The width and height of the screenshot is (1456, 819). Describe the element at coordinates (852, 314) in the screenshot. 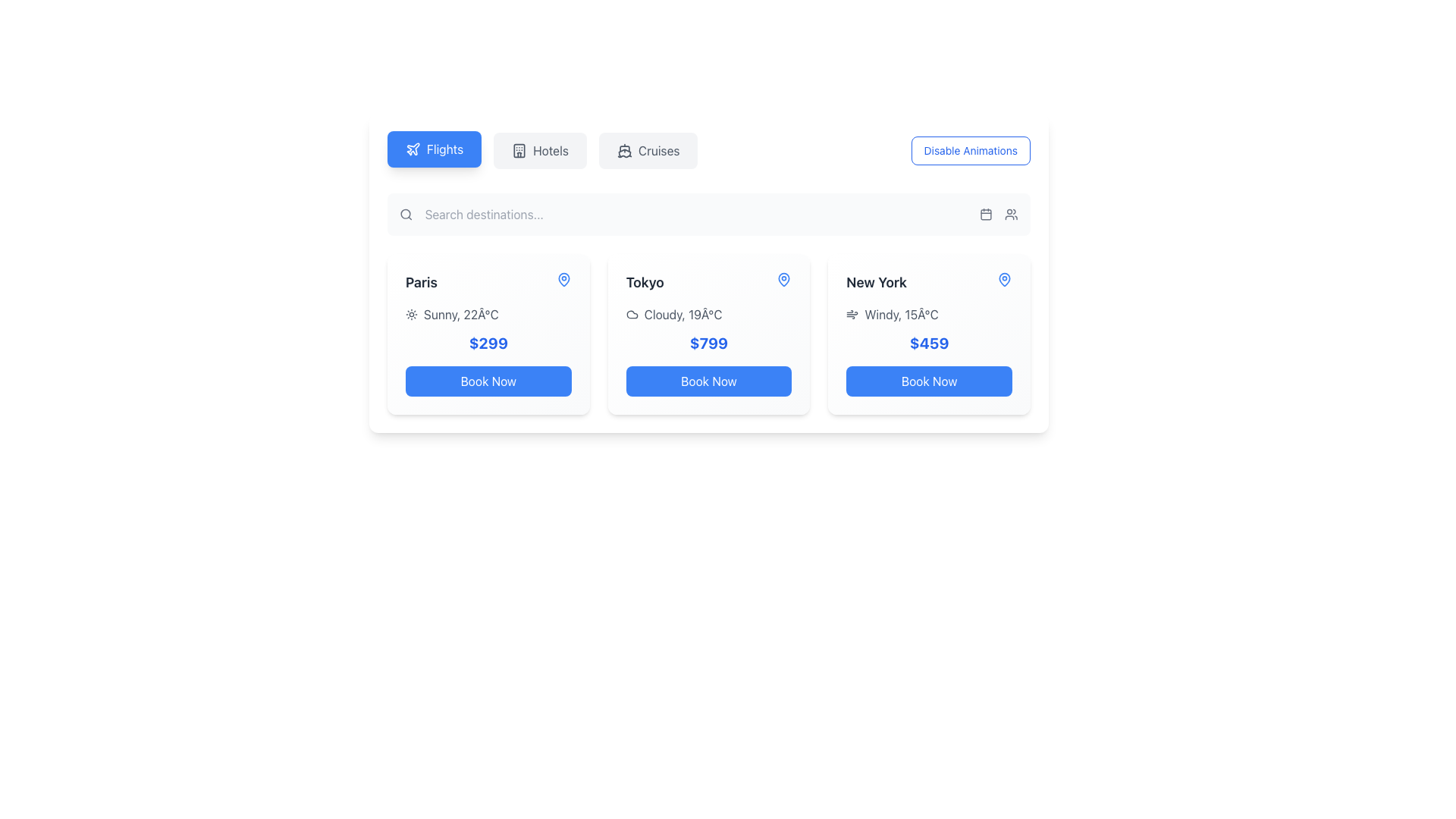

I see `the wind icon located in the weather information area for New York, which is to the left of the text 'Windy, 15°C'` at that location.